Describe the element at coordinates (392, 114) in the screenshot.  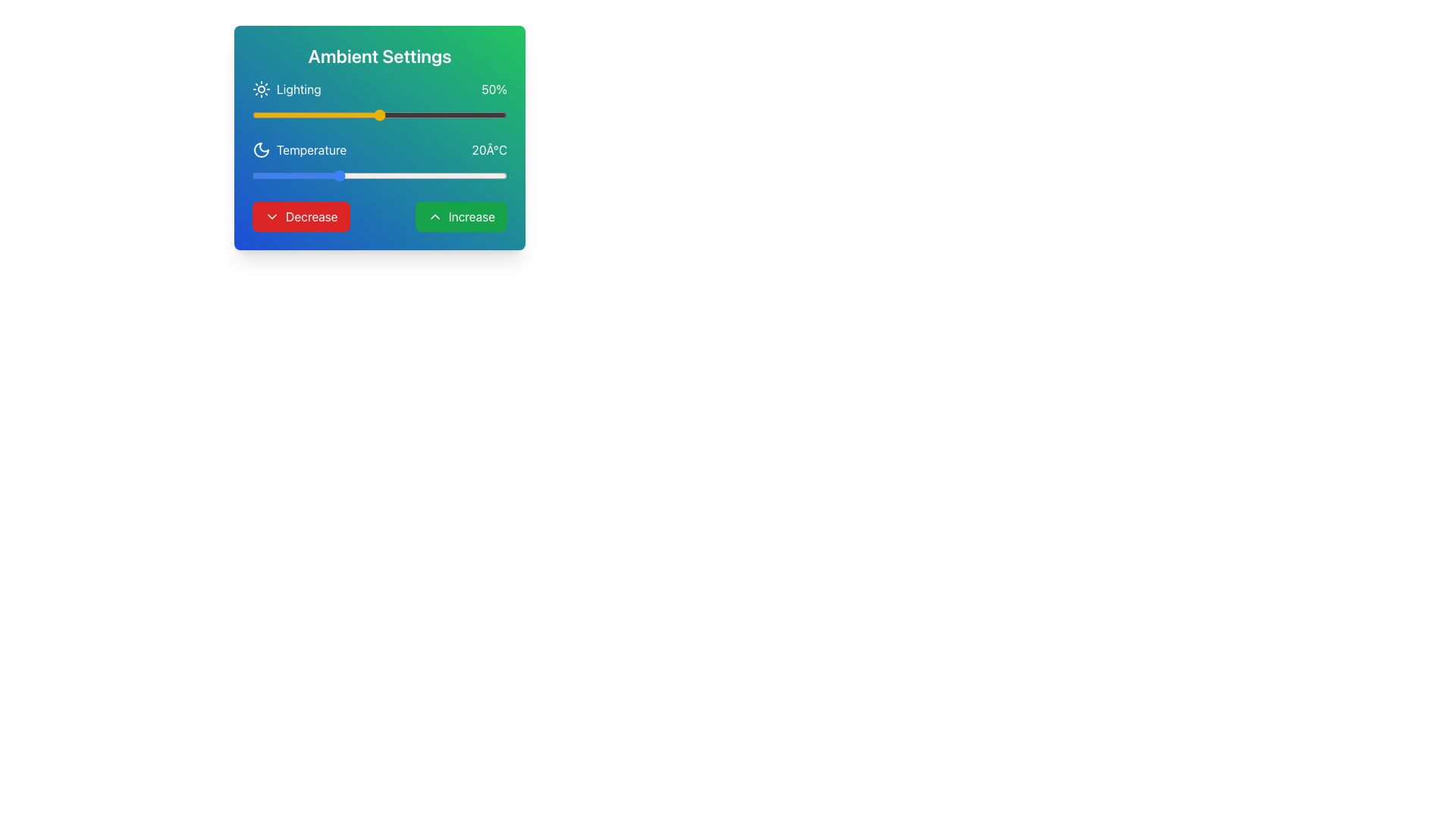
I see `the lighting level` at that location.